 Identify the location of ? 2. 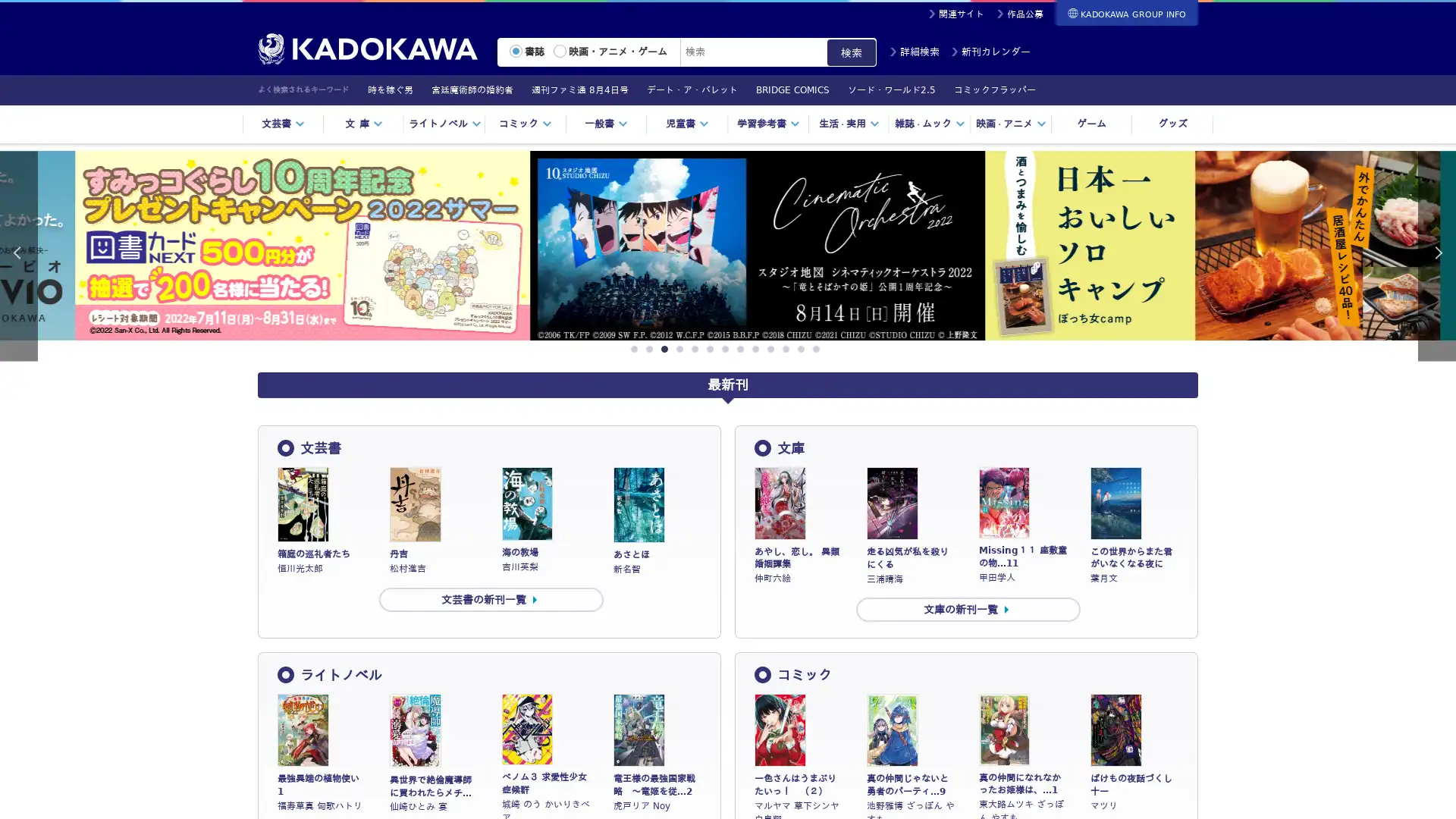
(757, 114).